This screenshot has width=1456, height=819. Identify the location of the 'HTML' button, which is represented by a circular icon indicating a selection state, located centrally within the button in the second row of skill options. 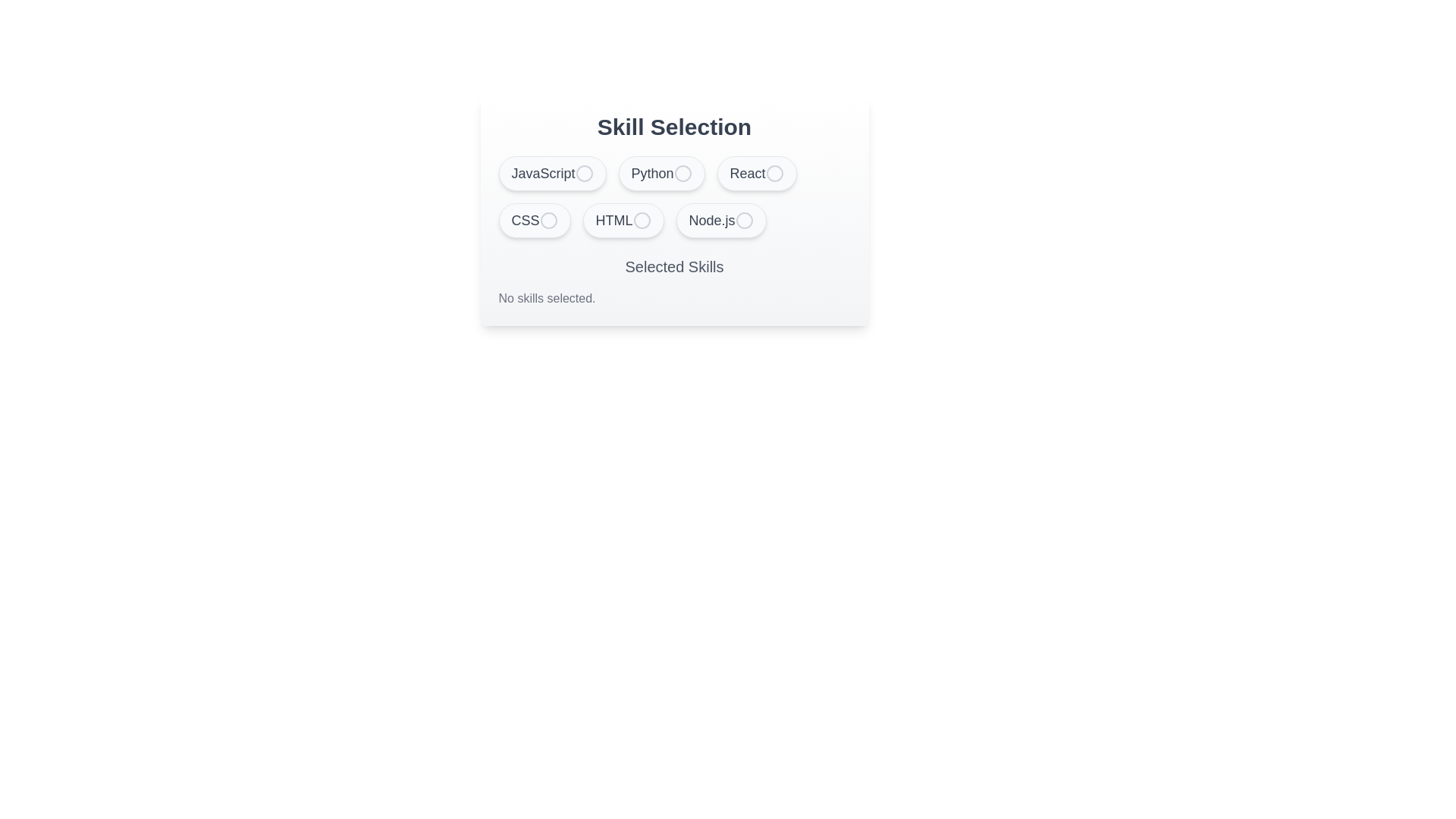
(642, 220).